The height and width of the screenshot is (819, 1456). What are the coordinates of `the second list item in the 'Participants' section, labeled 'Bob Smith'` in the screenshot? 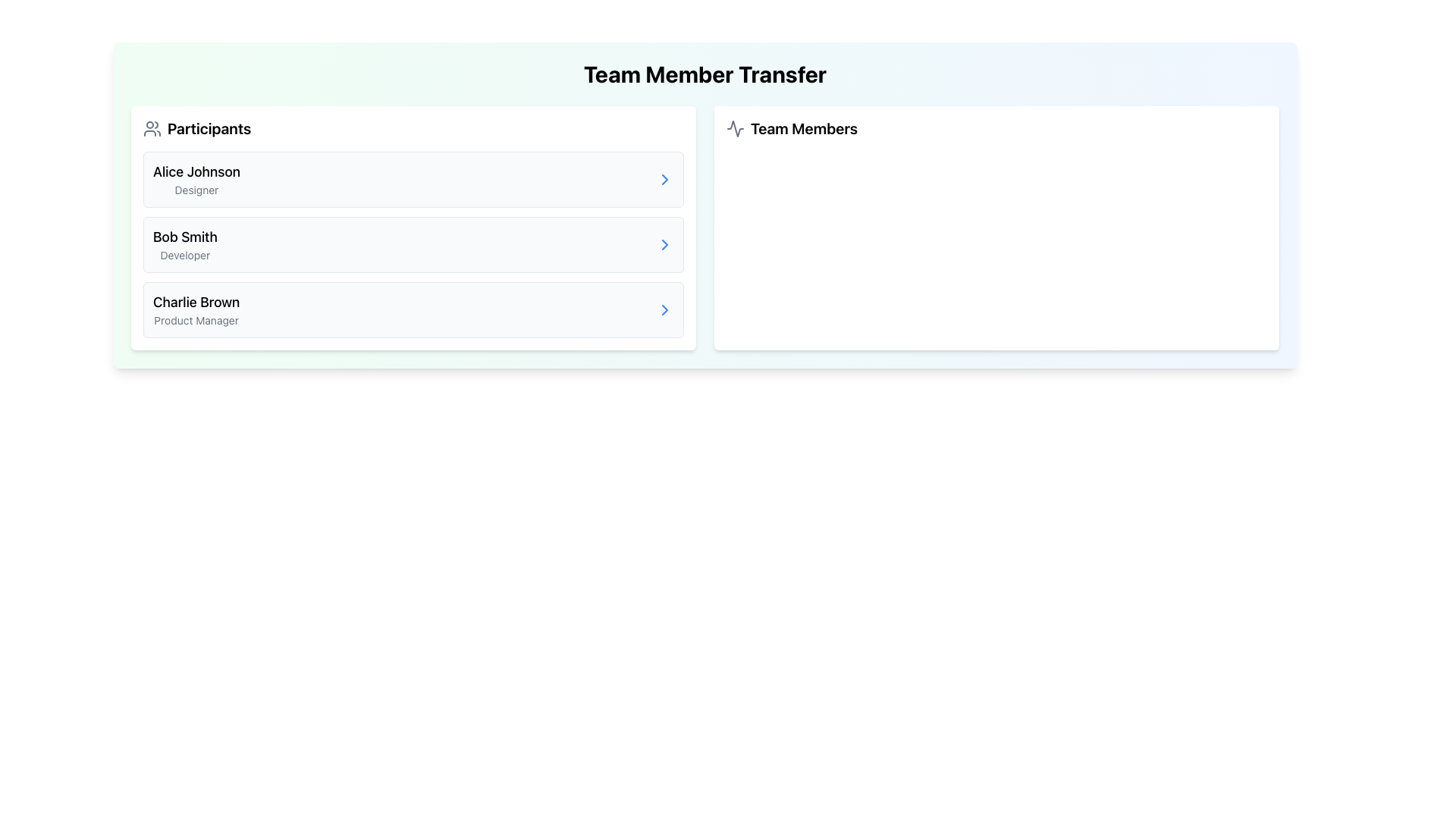 It's located at (413, 244).